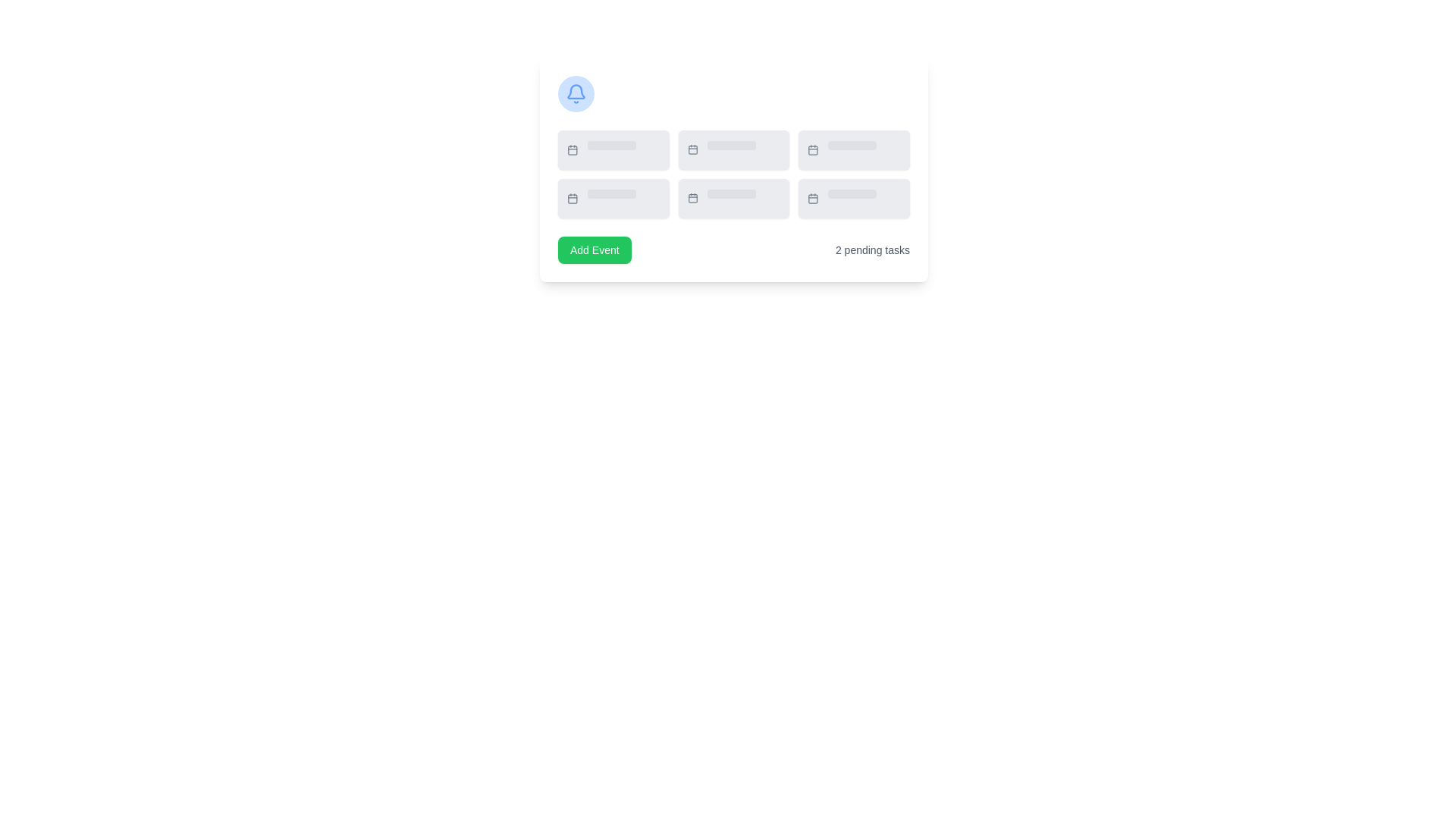  I want to click on Skeleton placeholder element, which is the upper section of a card-like item located in the middle column of a three-column grid, so click(732, 146).